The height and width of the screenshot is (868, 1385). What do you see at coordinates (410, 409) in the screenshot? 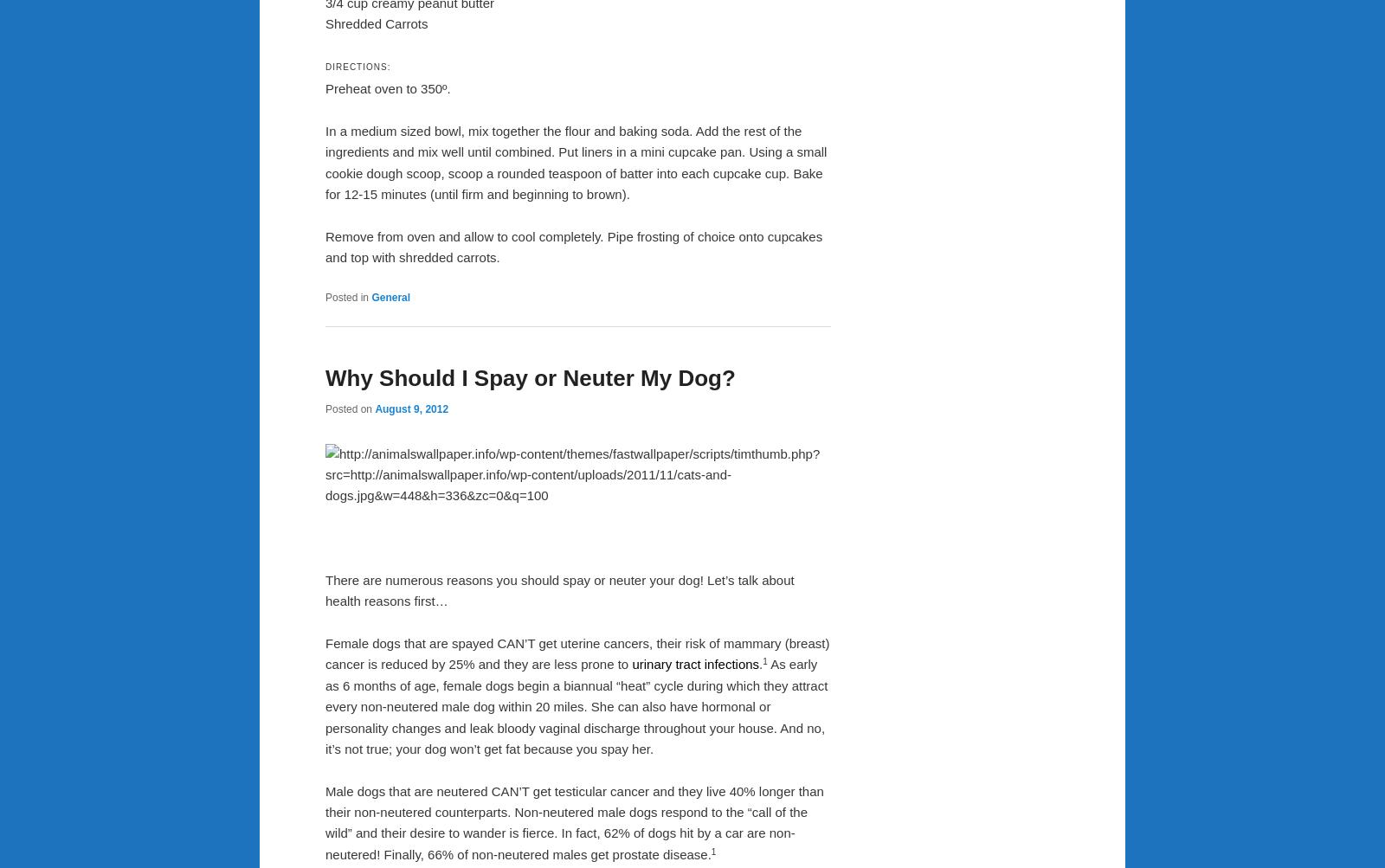
I see `'August 9, 2012'` at bounding box center [410, 409].